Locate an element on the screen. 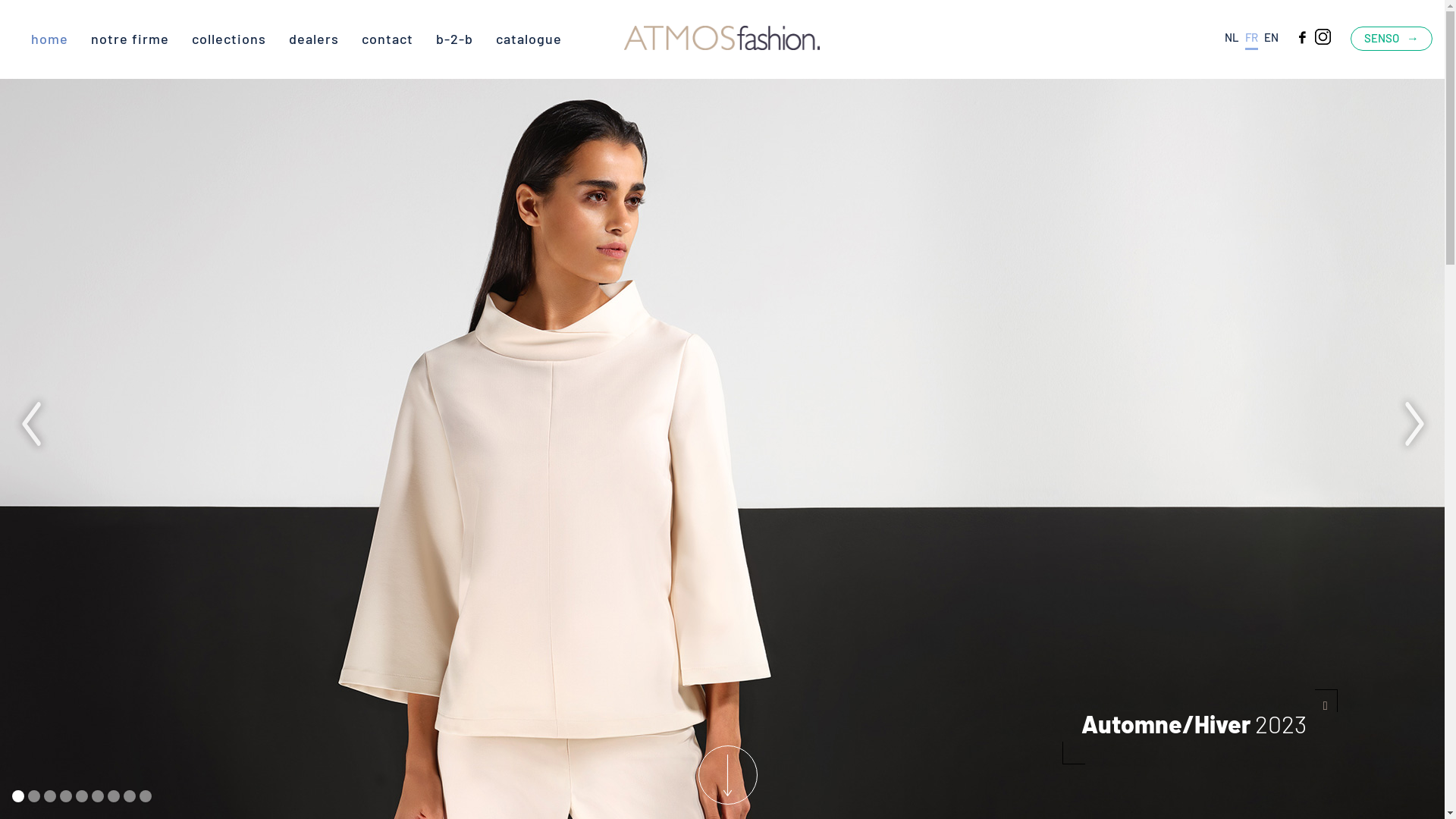 The width and height of the screenshot is (1456, 819). 'notre firme' is located at coordinates (130, 37).